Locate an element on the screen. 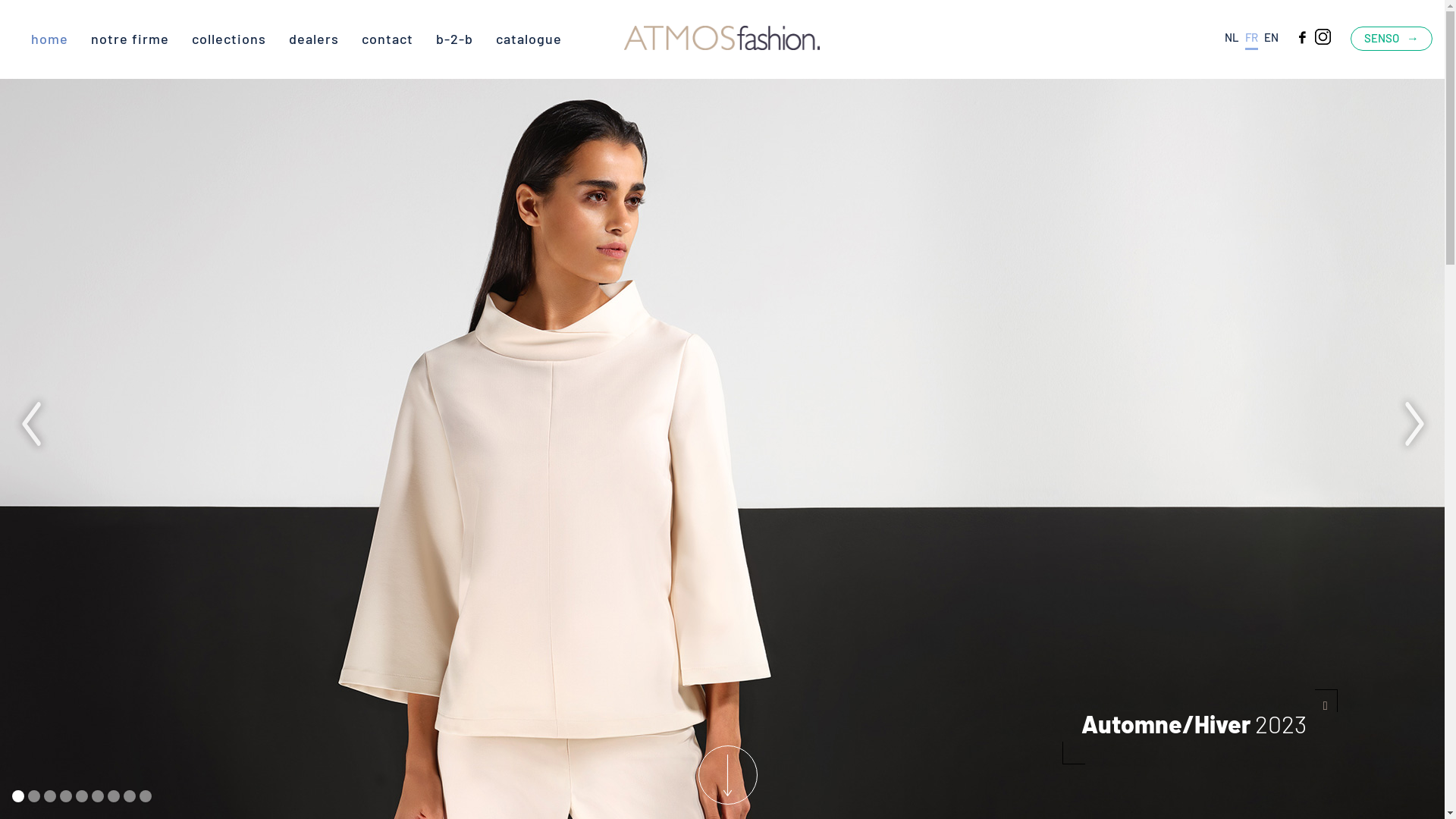 The width and height of the screenshot is (1456, 819). 'notre firme' is located at coordinates (130, 37).